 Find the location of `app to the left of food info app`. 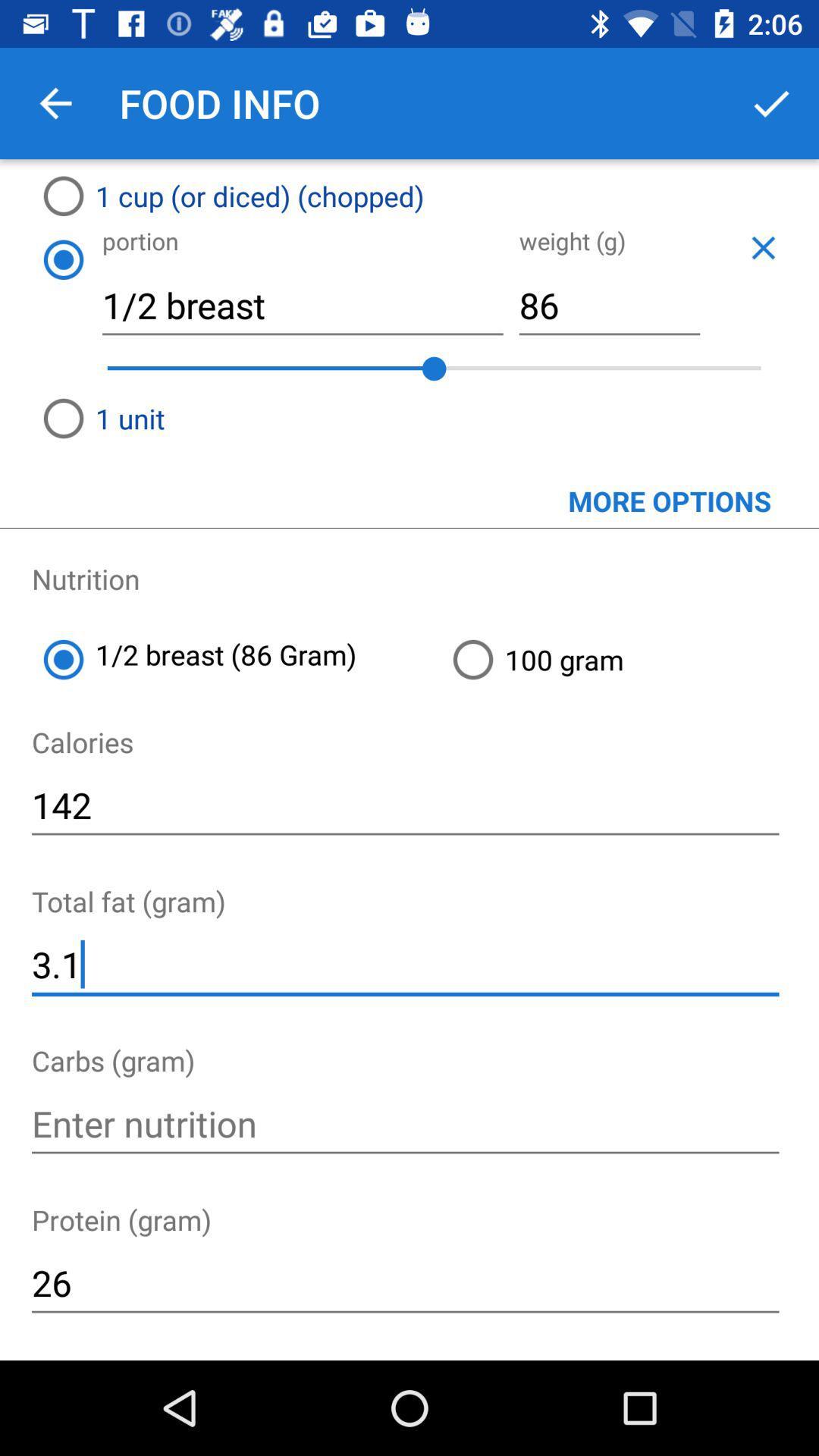

app to the left of food info app is located at coordinates (55, 102).